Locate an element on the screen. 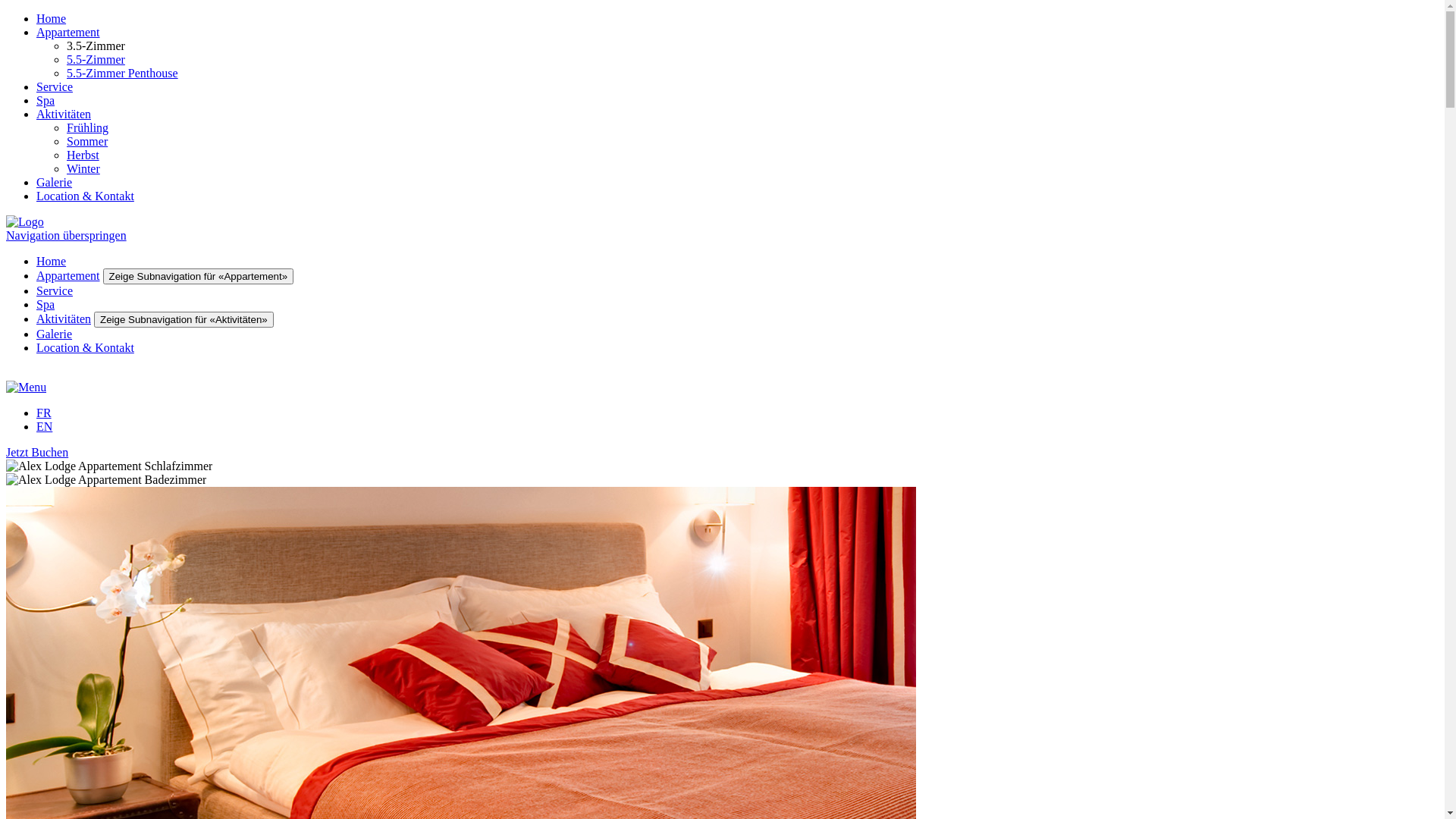 The width and height of the screenshot is (1456, 819). '5.5-Zimmer' is located at coordinates (65, 58).